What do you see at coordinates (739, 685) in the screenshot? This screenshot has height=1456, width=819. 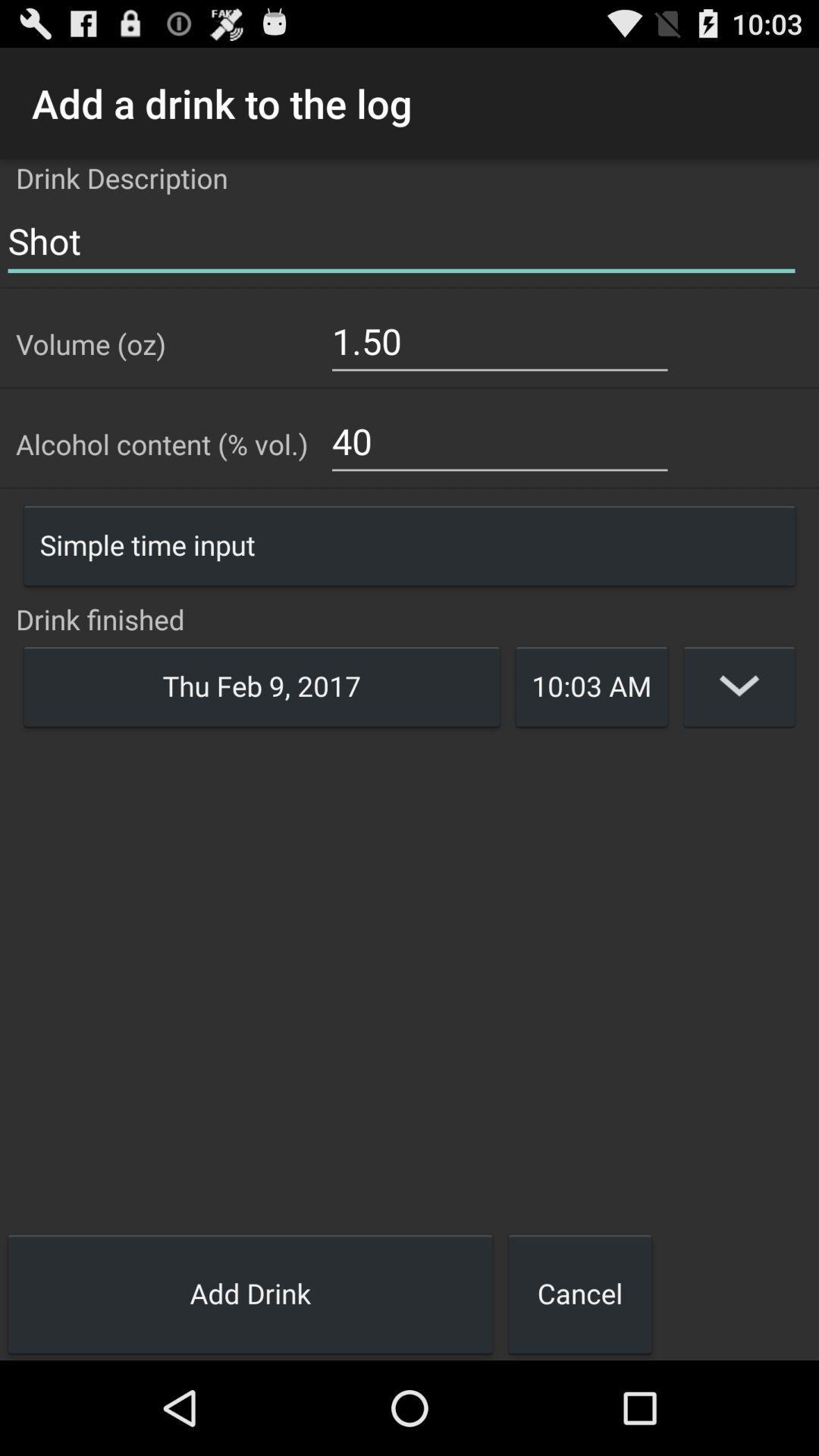 I see `edit entry` at bounding box center [739, 685].